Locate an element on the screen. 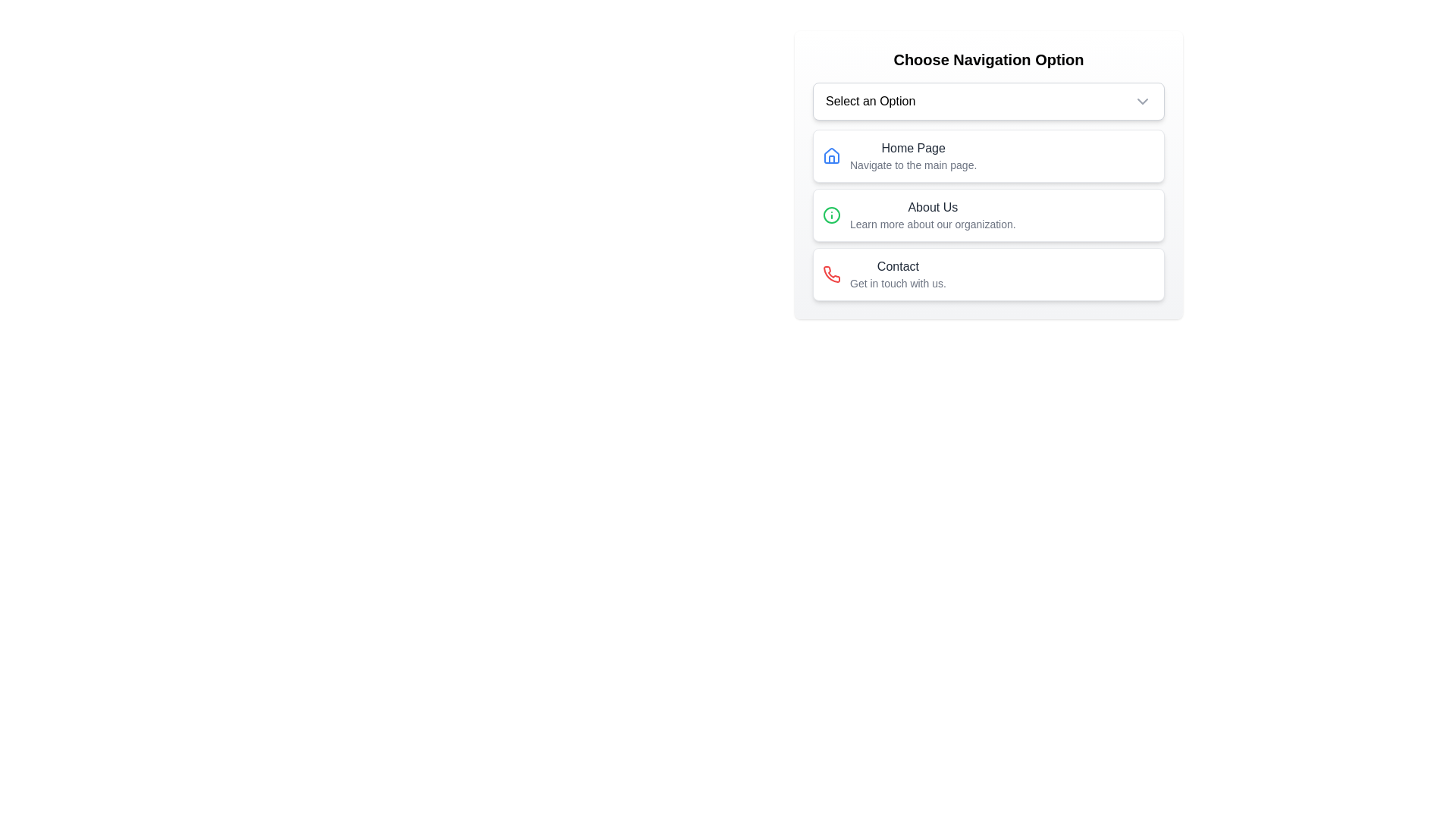 This screenshot has height=819, width=1456. text label that serves as a title or label for a navigation option, located in the third card of a vertical list of options, positioned below the 'About Us' card and above the 'Get in touch with us.' text, towards the right side of the card is located at coordinates (898, 265).